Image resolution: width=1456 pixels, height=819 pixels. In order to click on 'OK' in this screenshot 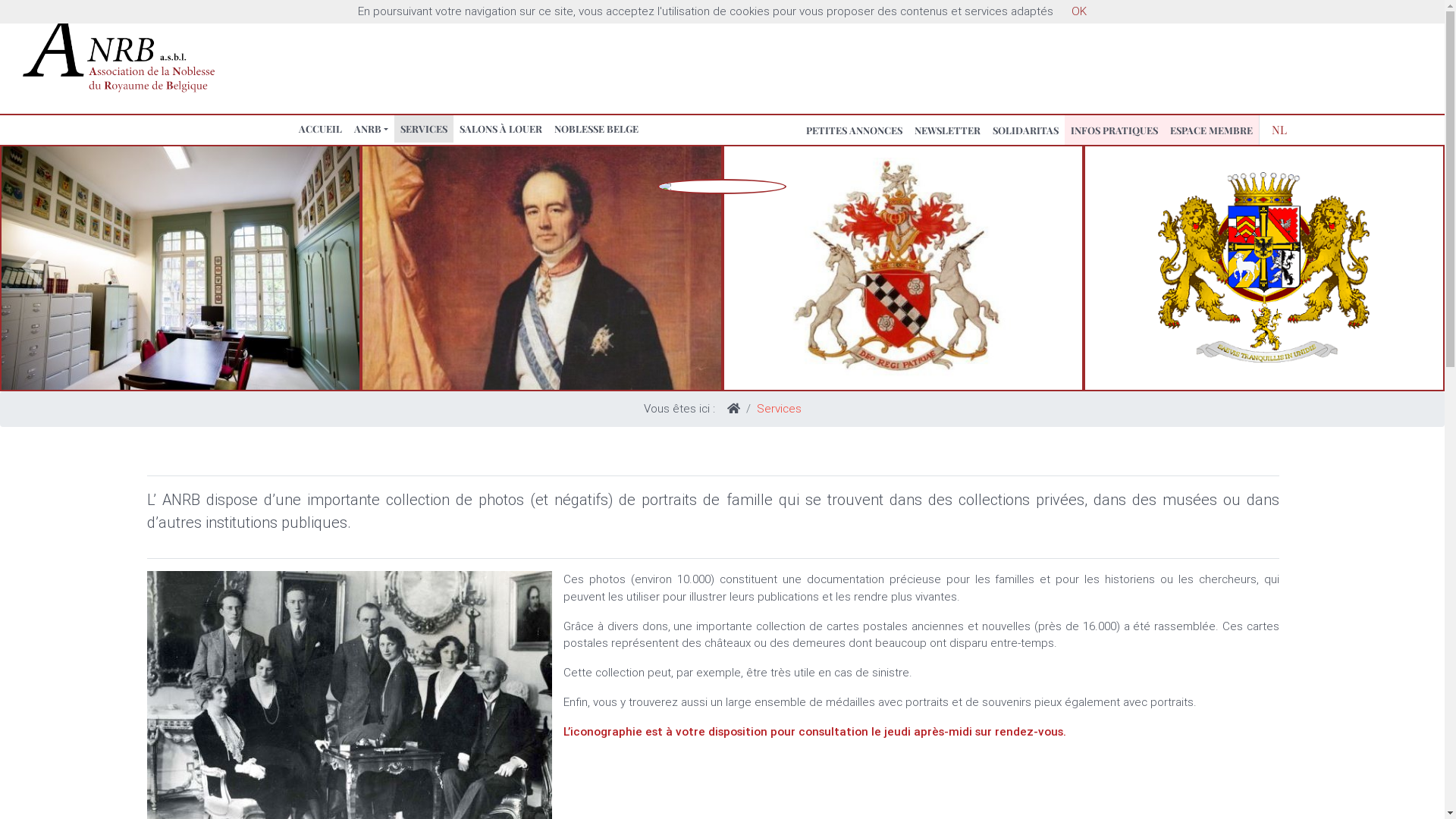, I will do `click(1078, 11)`.